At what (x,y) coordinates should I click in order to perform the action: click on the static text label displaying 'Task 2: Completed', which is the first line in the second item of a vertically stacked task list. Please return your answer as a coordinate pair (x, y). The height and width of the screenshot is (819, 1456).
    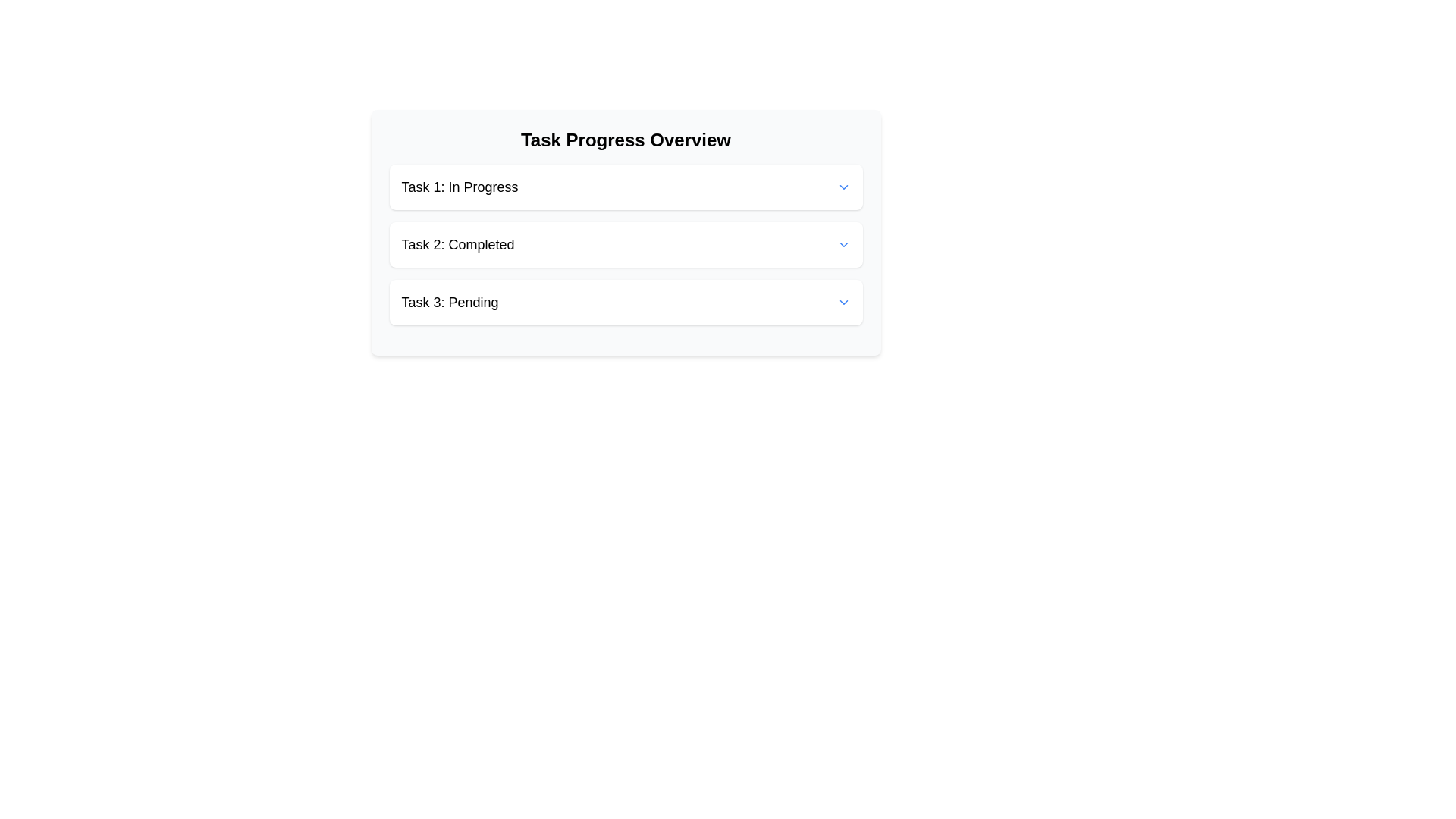
    Looking at the image, I should click on (457, 244).